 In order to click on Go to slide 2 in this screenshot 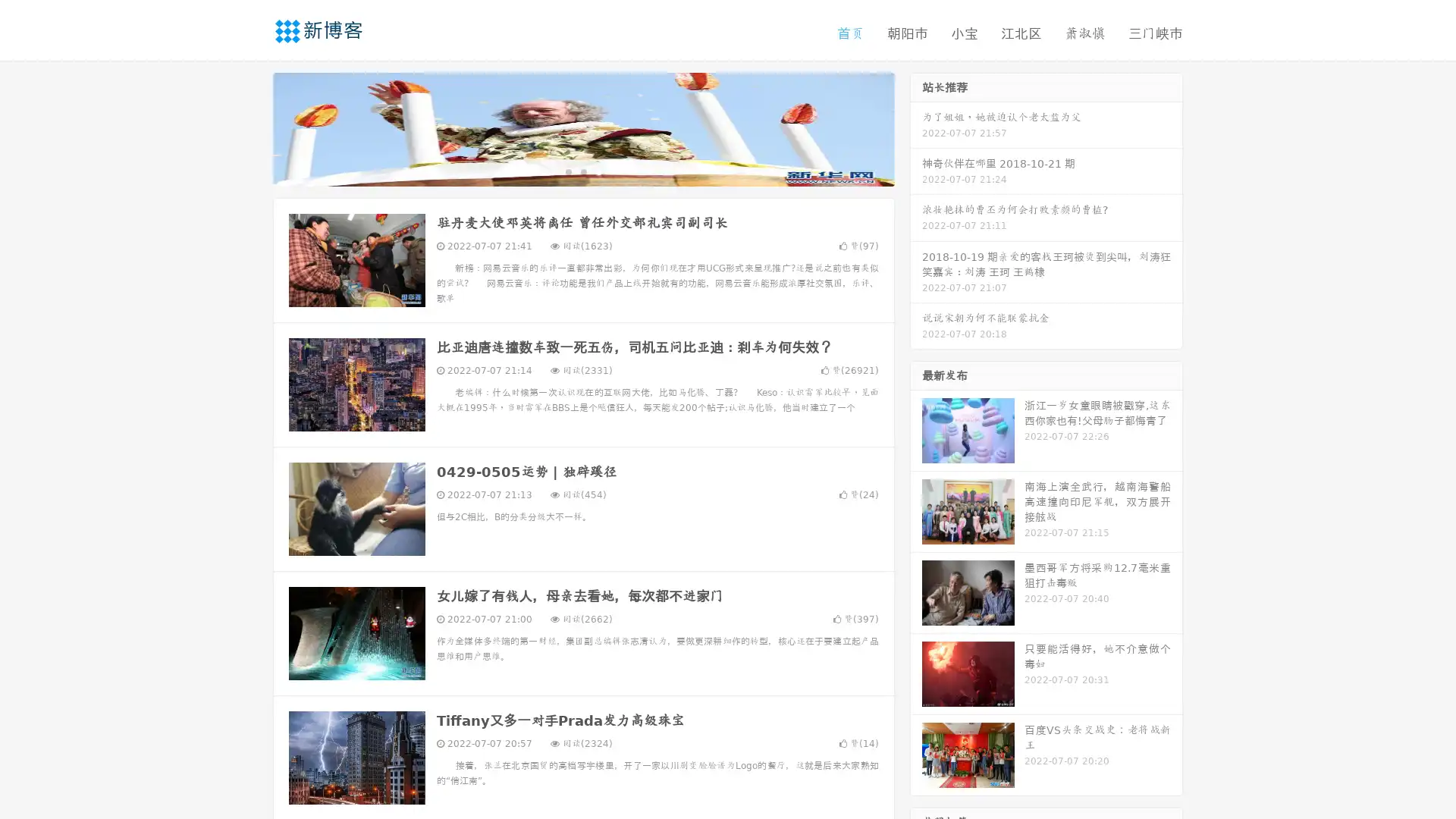, I will do `click(582, 171)`.